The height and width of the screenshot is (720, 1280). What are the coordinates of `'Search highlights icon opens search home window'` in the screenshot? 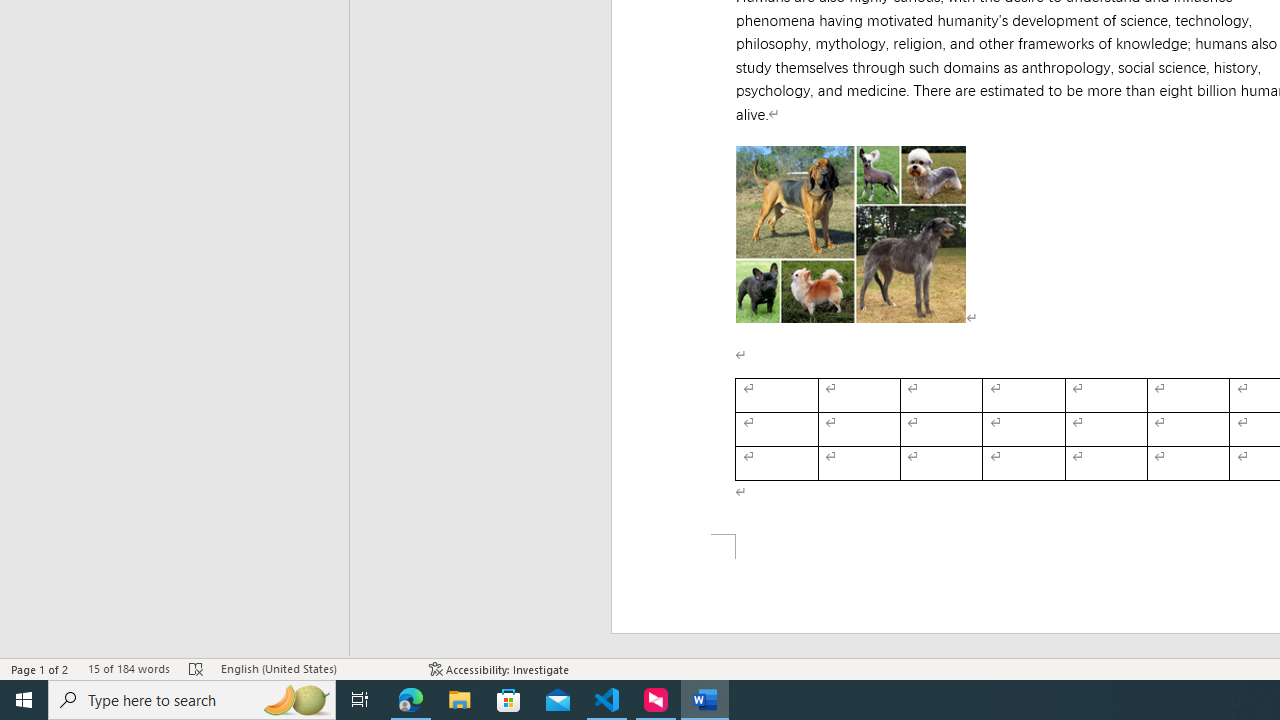 It's located at (294, 698).